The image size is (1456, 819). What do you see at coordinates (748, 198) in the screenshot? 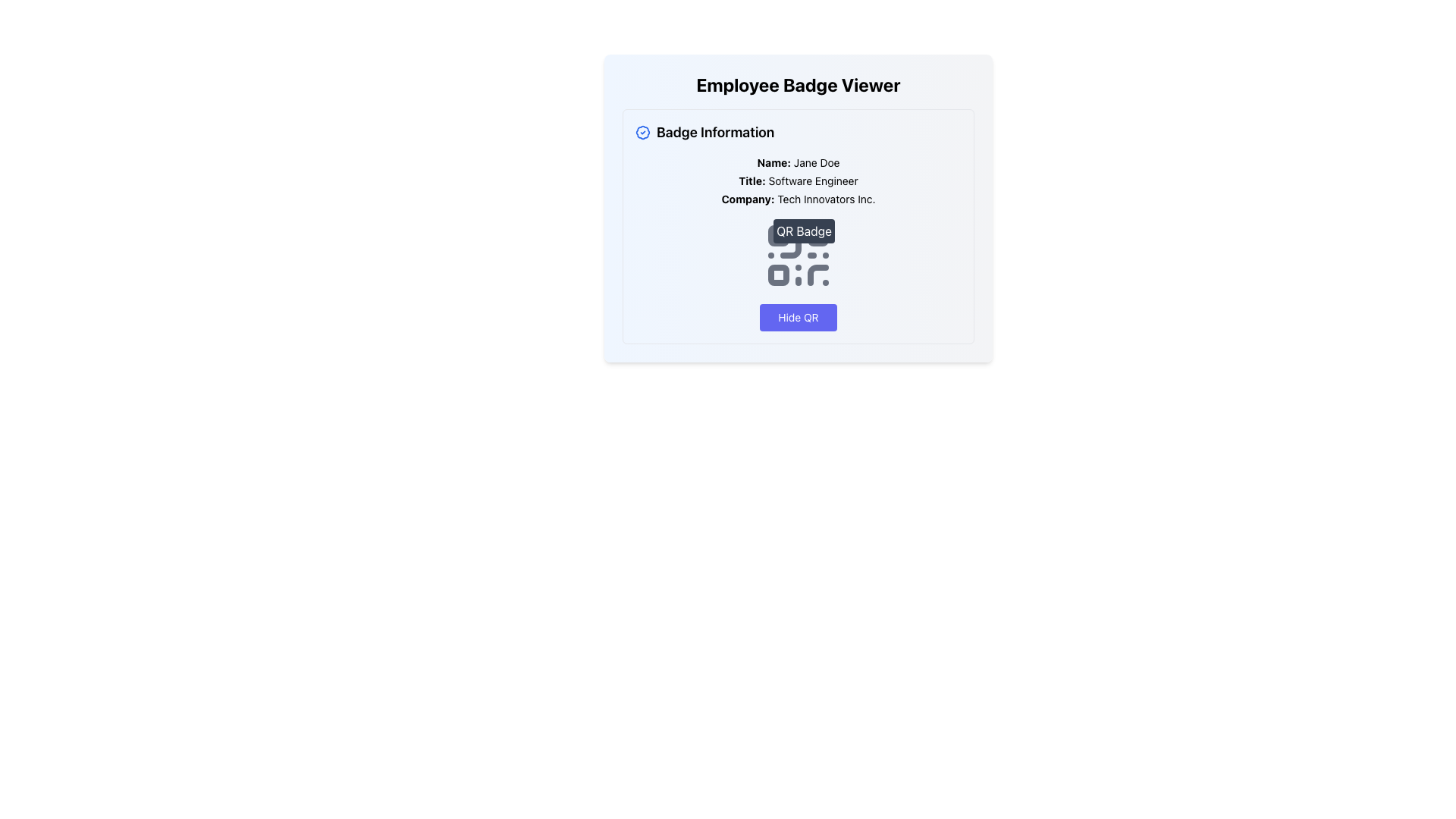
I see `the static text label that identifies the company name in the 'Badge Information' section, positioned below the 'Title: Software Engineer' text` at bounding box center [748, 198].